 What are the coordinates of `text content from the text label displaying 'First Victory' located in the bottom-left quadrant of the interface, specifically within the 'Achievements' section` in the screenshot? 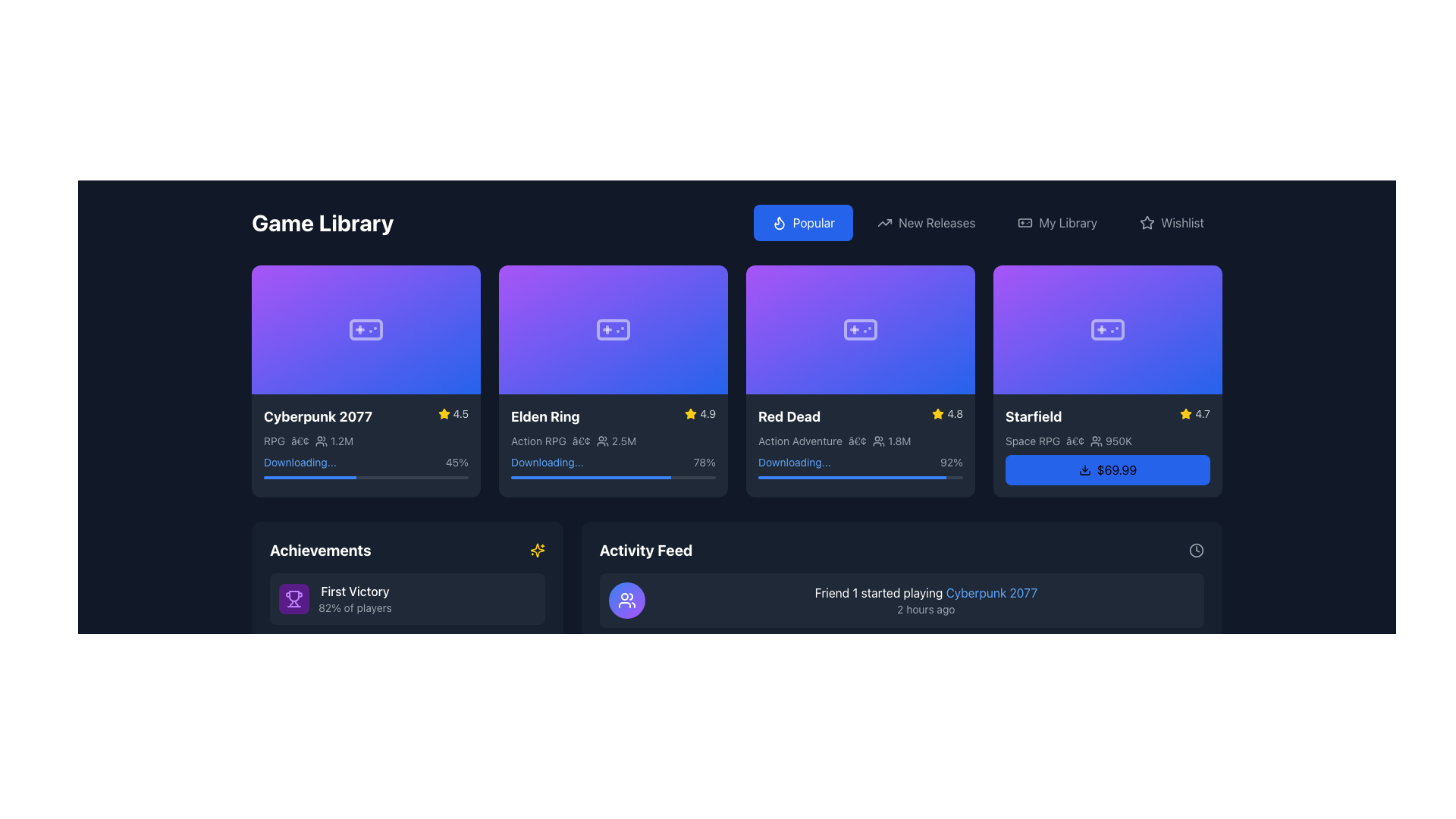 It's located at (354, 590).